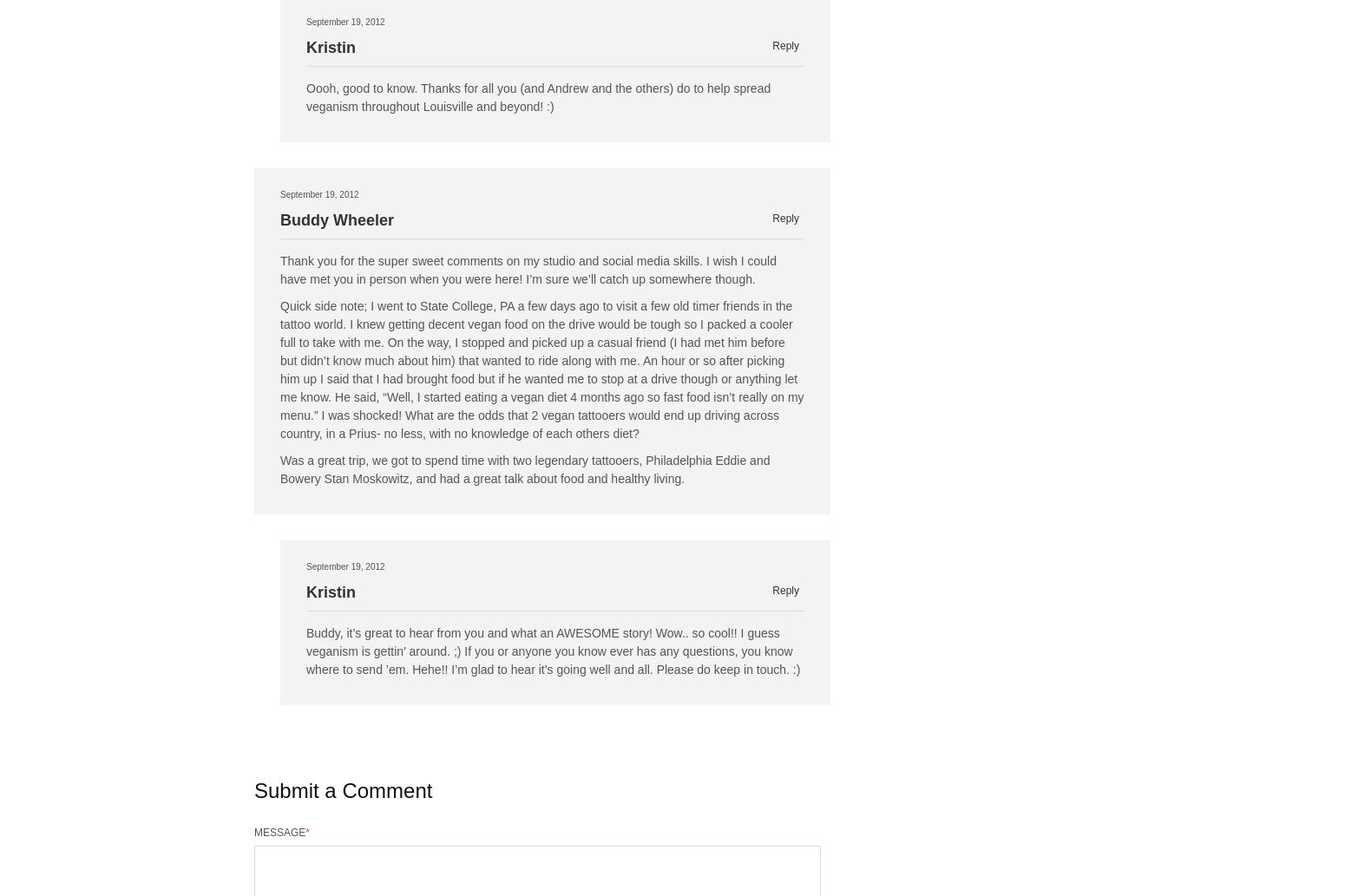 The image size is (1345, 896). What do you see at coordinates (552, 651) in the screenshot?
I see `'Buddy, it’s great to hear from you and what an AWESOME story! Wow.. so cool!! I guess veganism is gettin’ around. ;) If you or anyone you know ever has any questions, you know where to send ’em. Hehe!! I’m glad to hear it’s going well and all. Please do keep in touch. :)'` at bounding box center [552, 651].